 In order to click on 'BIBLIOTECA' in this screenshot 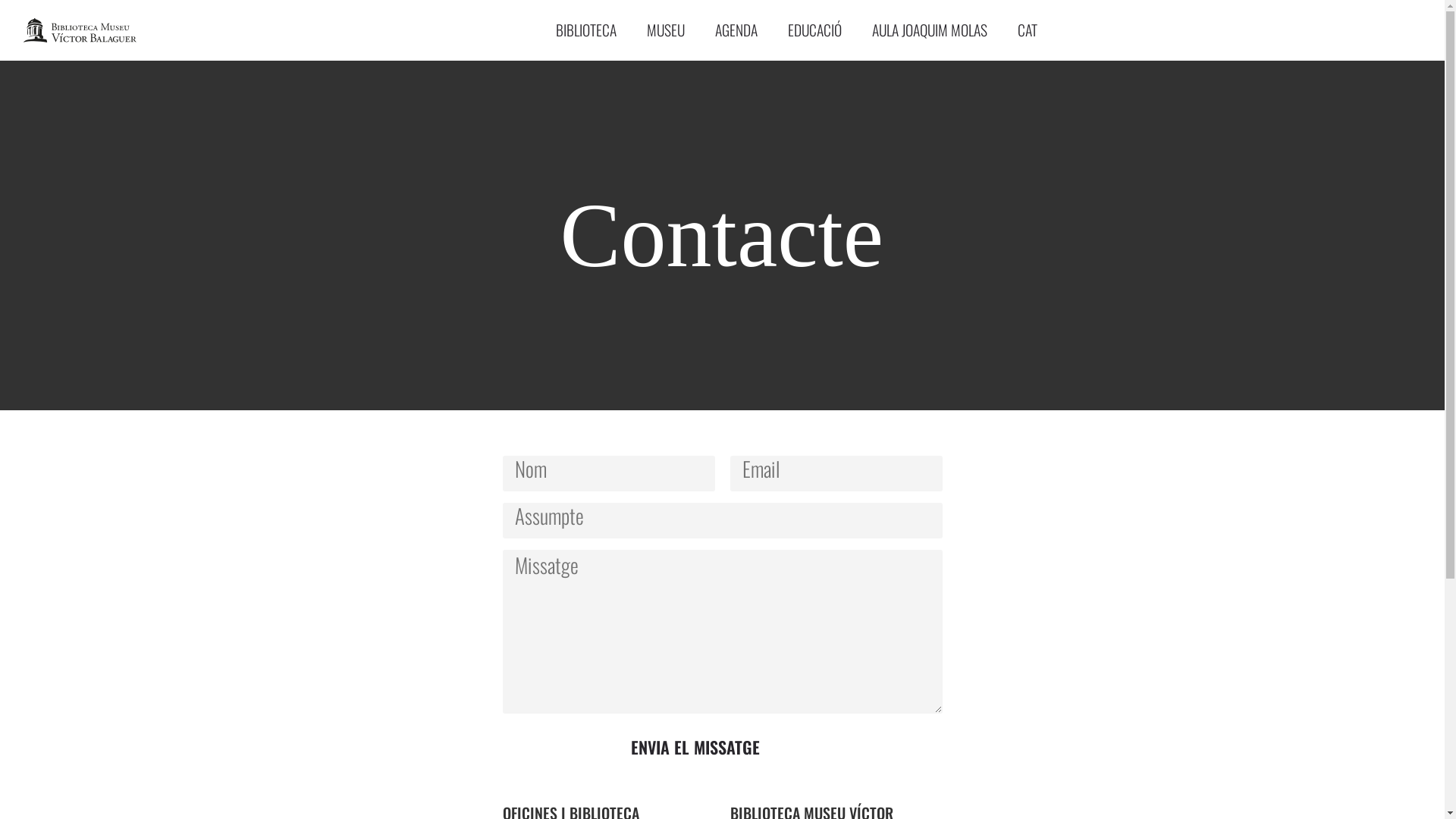, I will do `click(541, 30)`.